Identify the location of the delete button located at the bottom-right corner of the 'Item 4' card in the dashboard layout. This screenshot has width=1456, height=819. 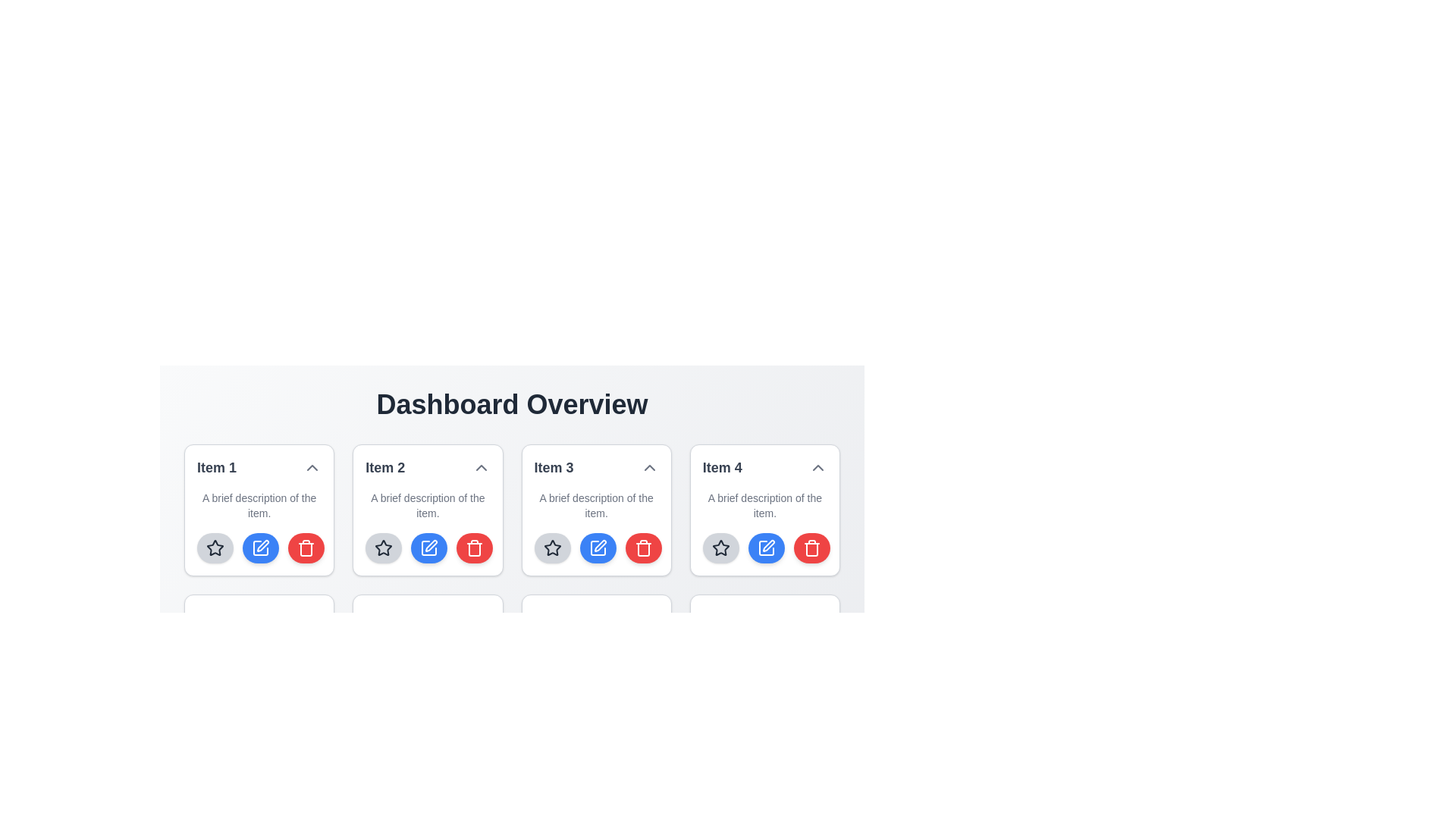
(811, 548).